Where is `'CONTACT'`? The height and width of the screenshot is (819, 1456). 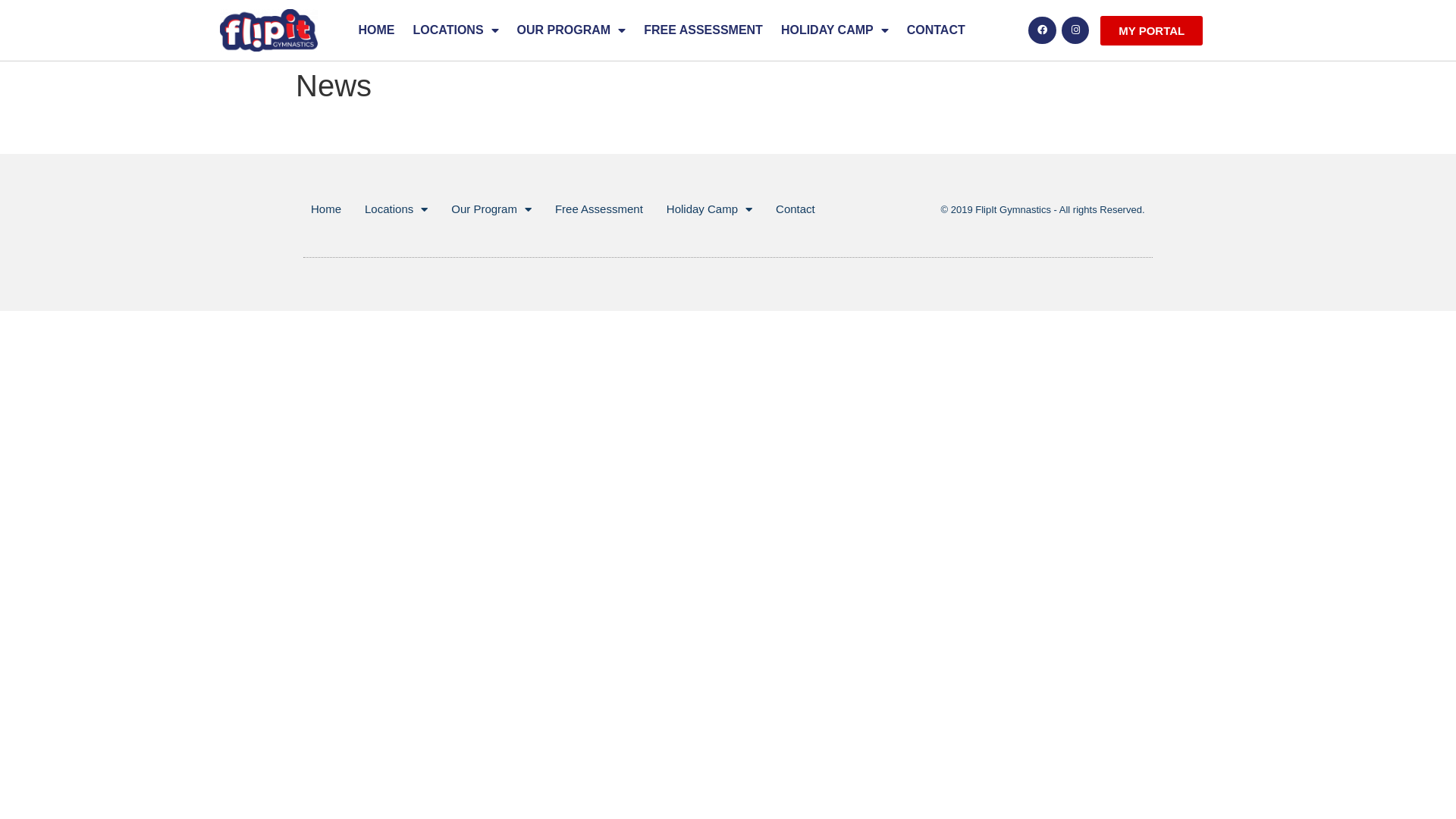
'CONTACT' is located at coordinates (935, 30).